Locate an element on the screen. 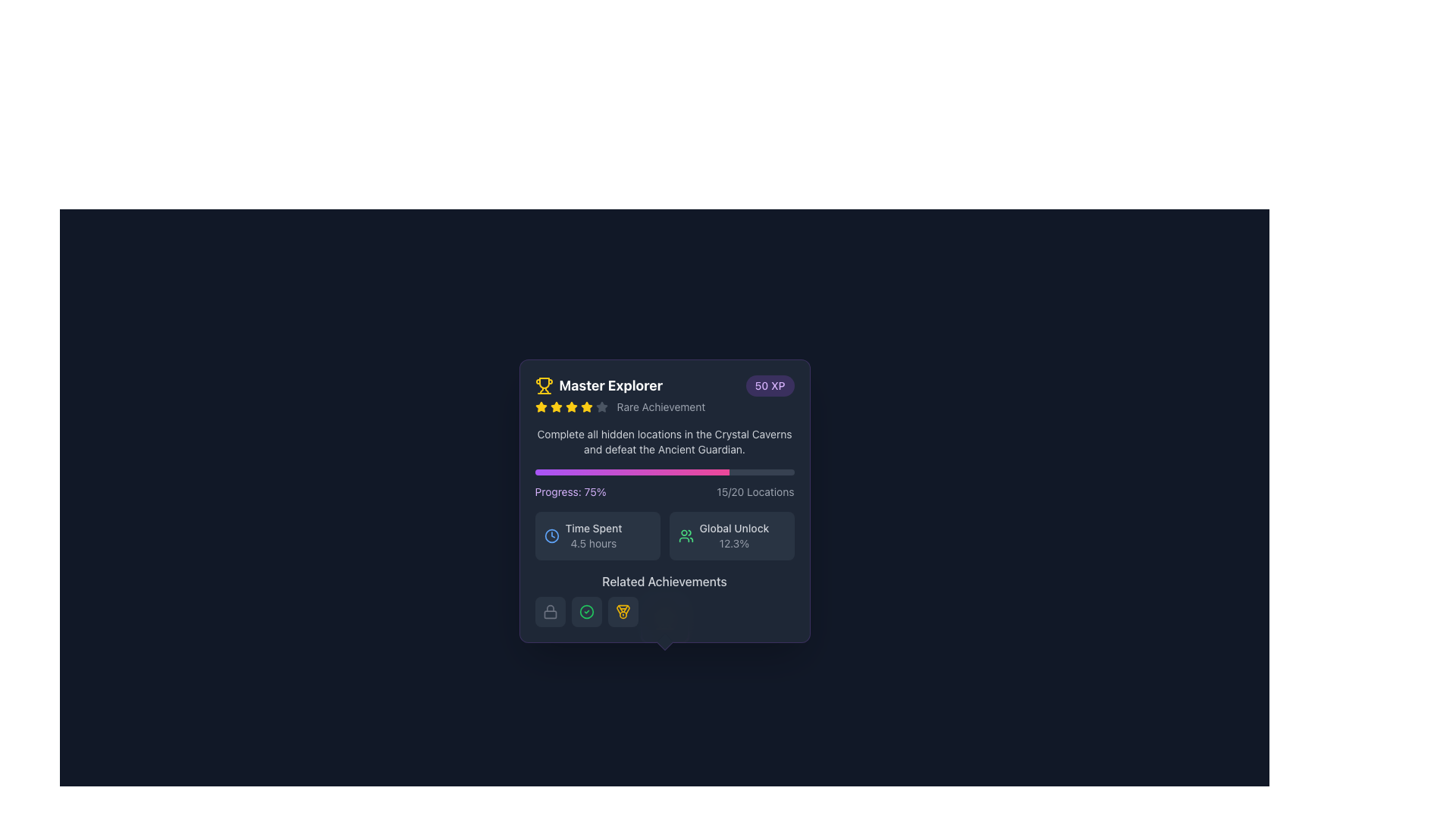 Image resolution: width=1456 pixels, height=819 pixels. the sixth star icon in the rating sequence beneath the 'Master Explorer' heading to visually represent the achievement level is located at coordinates (585, 406).